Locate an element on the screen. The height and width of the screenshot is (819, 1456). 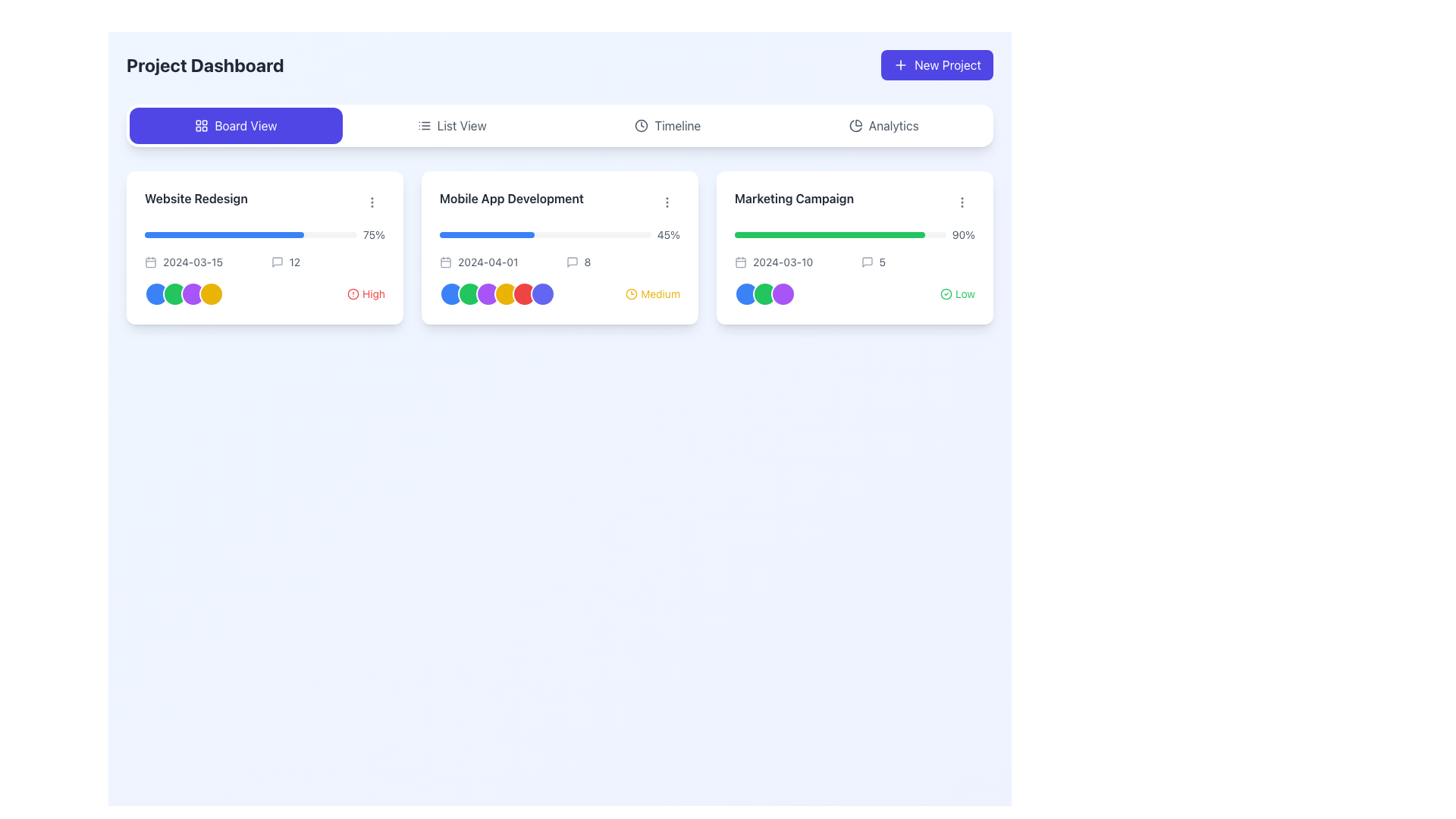
the SVG icon located to the left of the numerical '12' text in the first column of the grid layout under the 'Website Redesign' heading is located at coordinates (277, 262).